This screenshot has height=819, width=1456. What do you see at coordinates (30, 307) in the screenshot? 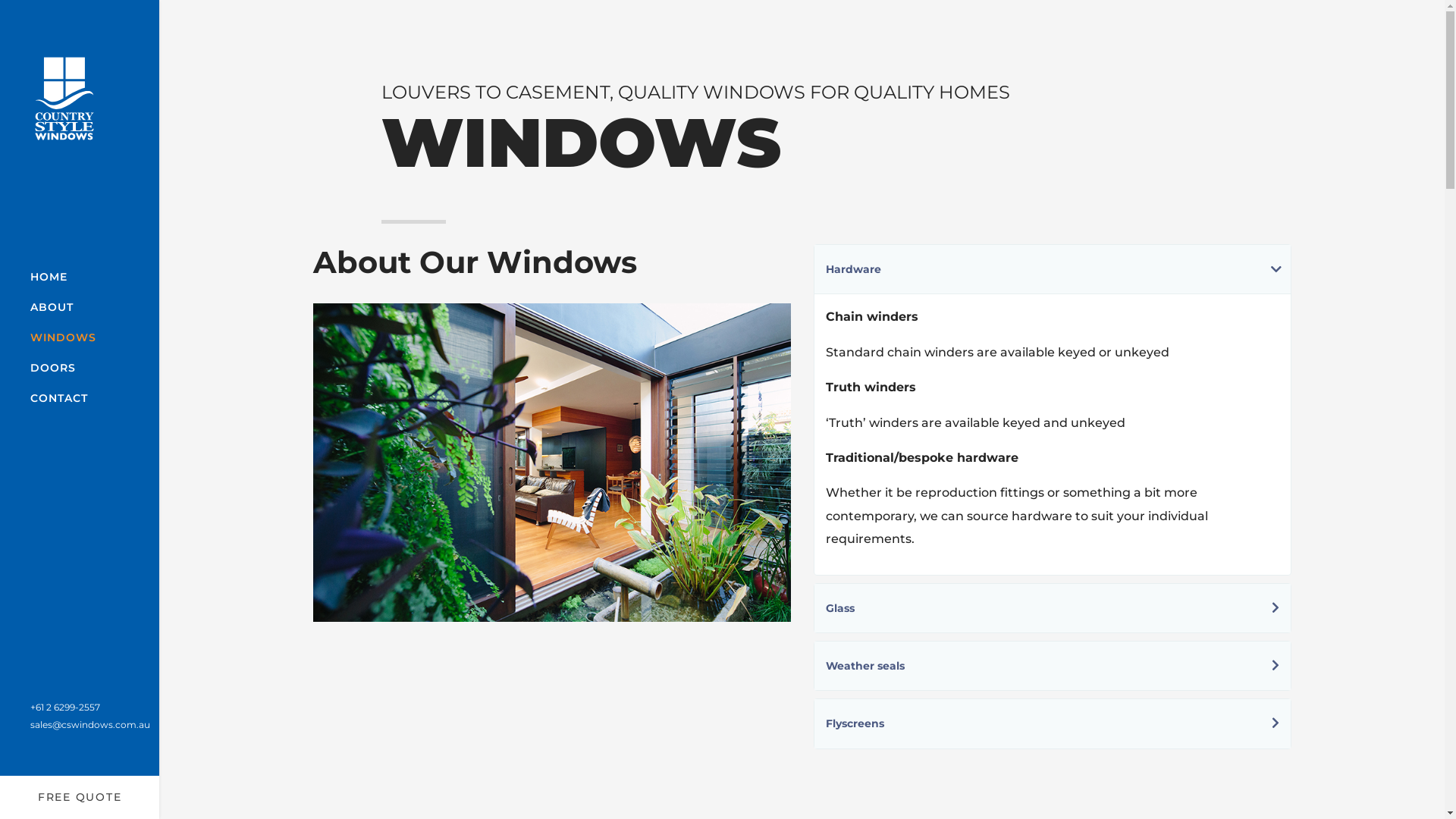
I see `'ABOUT'` at bounding box center [30, 307].